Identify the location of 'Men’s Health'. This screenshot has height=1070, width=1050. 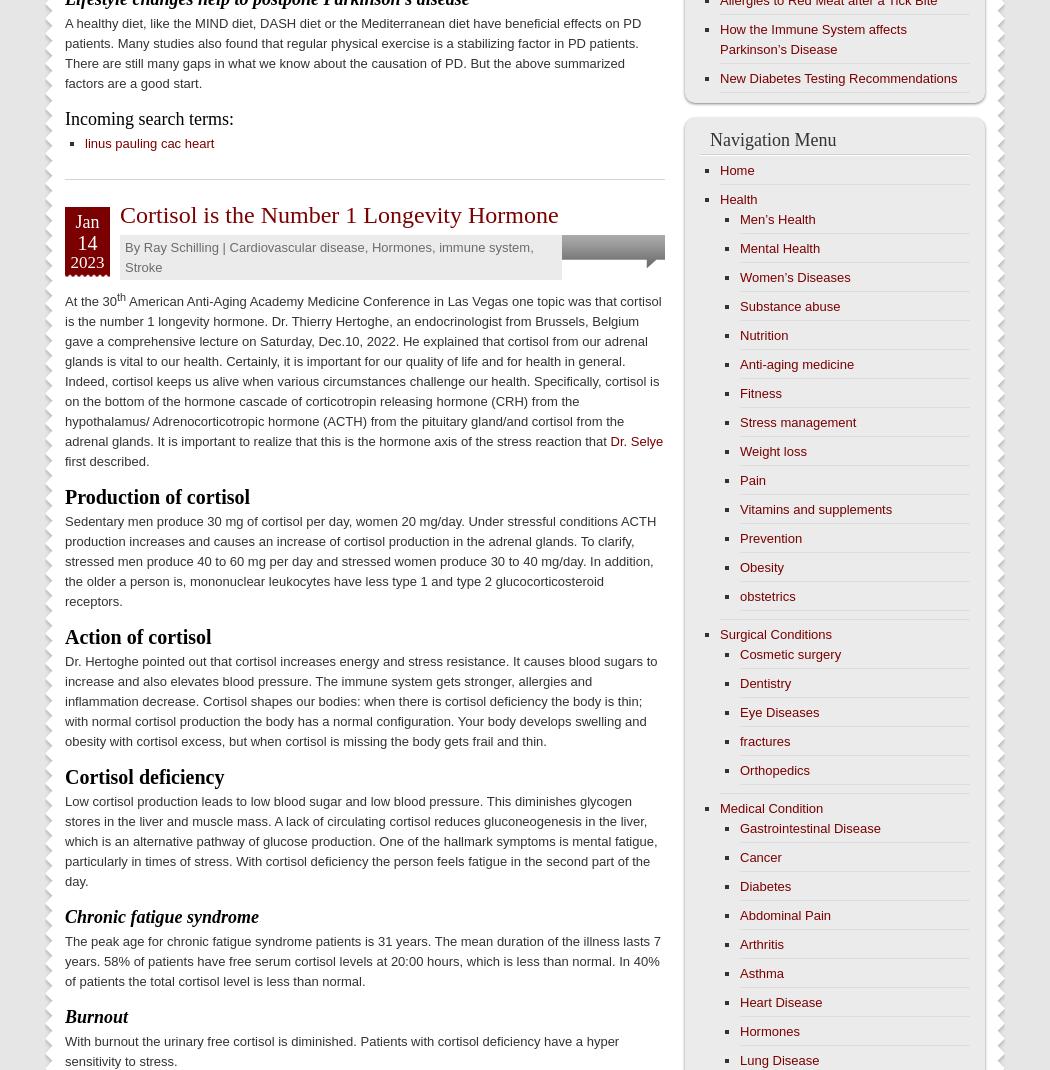
(777, 218).